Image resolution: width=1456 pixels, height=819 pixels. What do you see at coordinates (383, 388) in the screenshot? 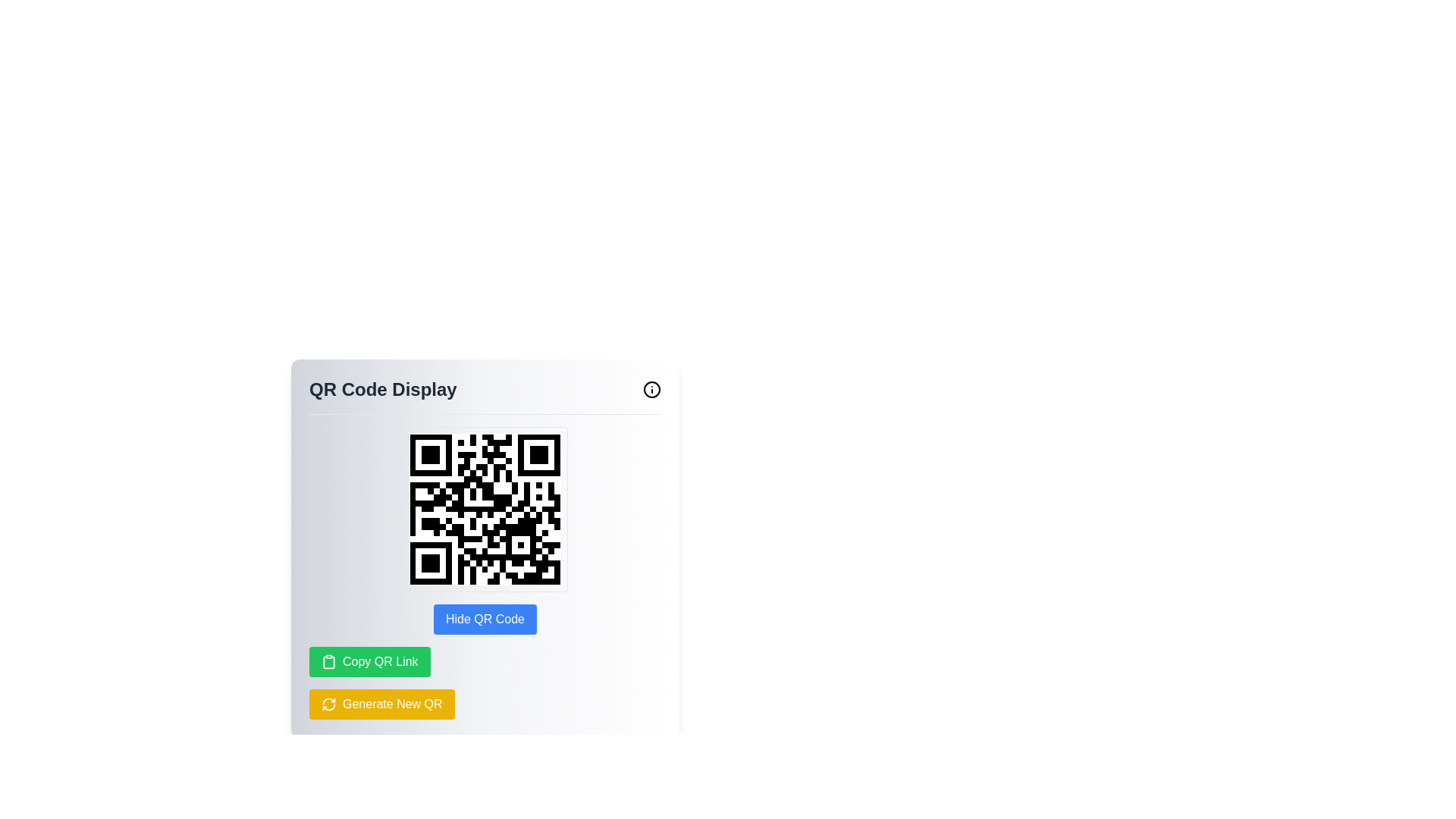
I see `the text label displaying 'QR Code Display', which is prominently positioned at the upper-left corner of a card-like interface, styled with a large bold font in dark gray color` at bounding box center [383, 388].